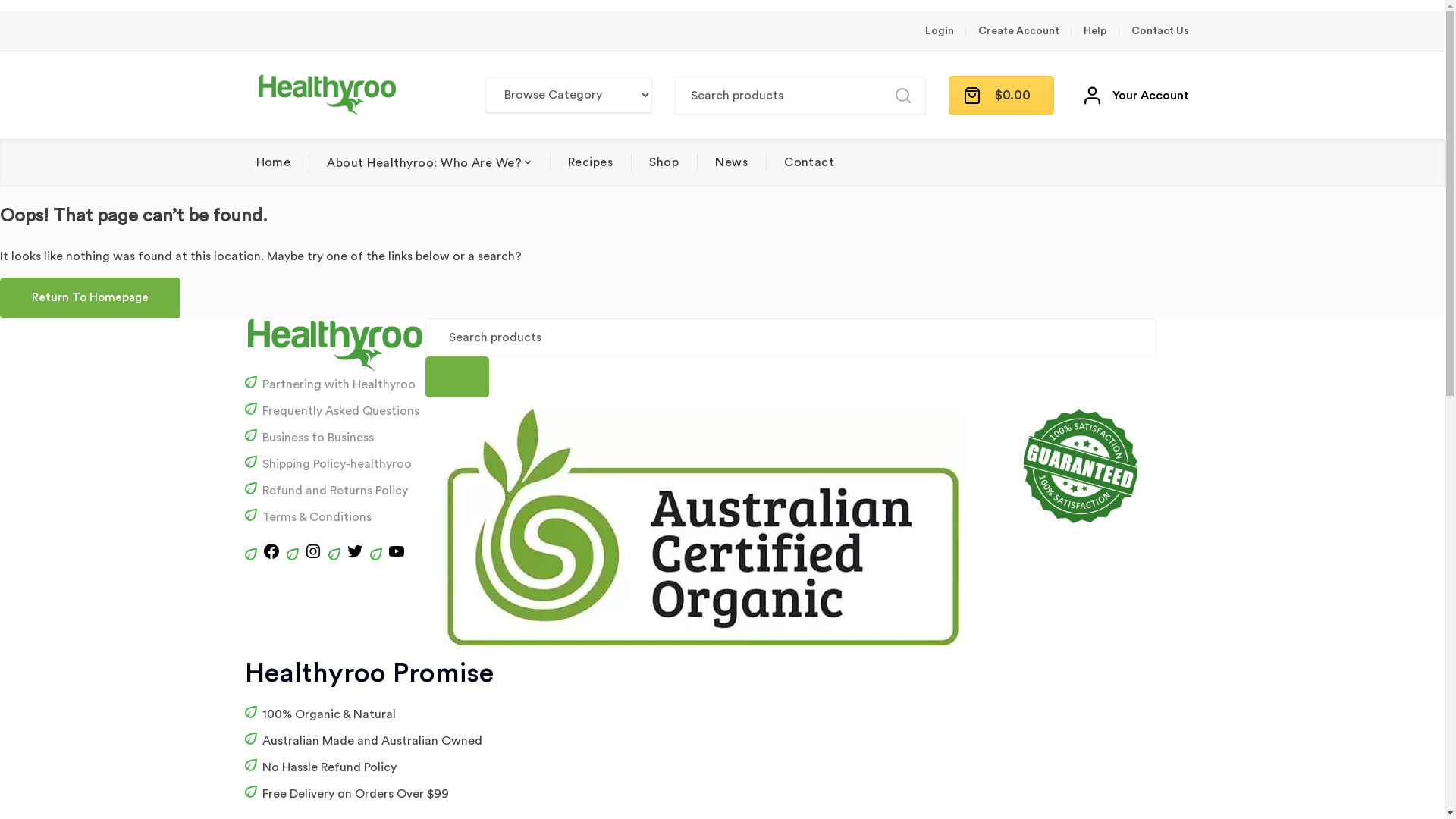 Image resolution: width=1456 pixels, height=819 pixels. Describe the element at coordinates (938, 31) in the screenshot. I see `'Login'` at that location.